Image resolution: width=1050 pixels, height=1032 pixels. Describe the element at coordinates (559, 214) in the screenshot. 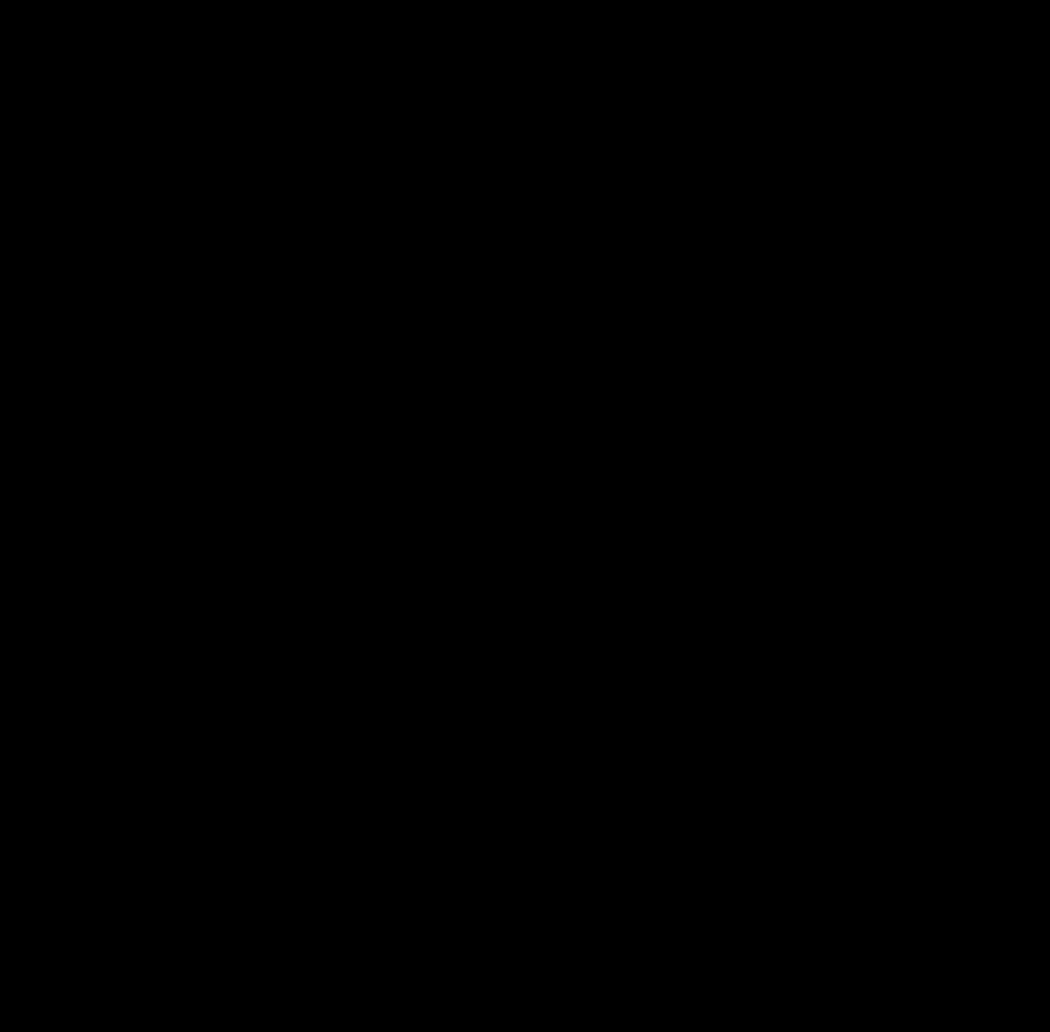

I see `'"Great team of professionals! They were quick, reliable, ready to ask and answer any questions needed to bring our brand to life. Will partner with them again in the future!"'` at that location.